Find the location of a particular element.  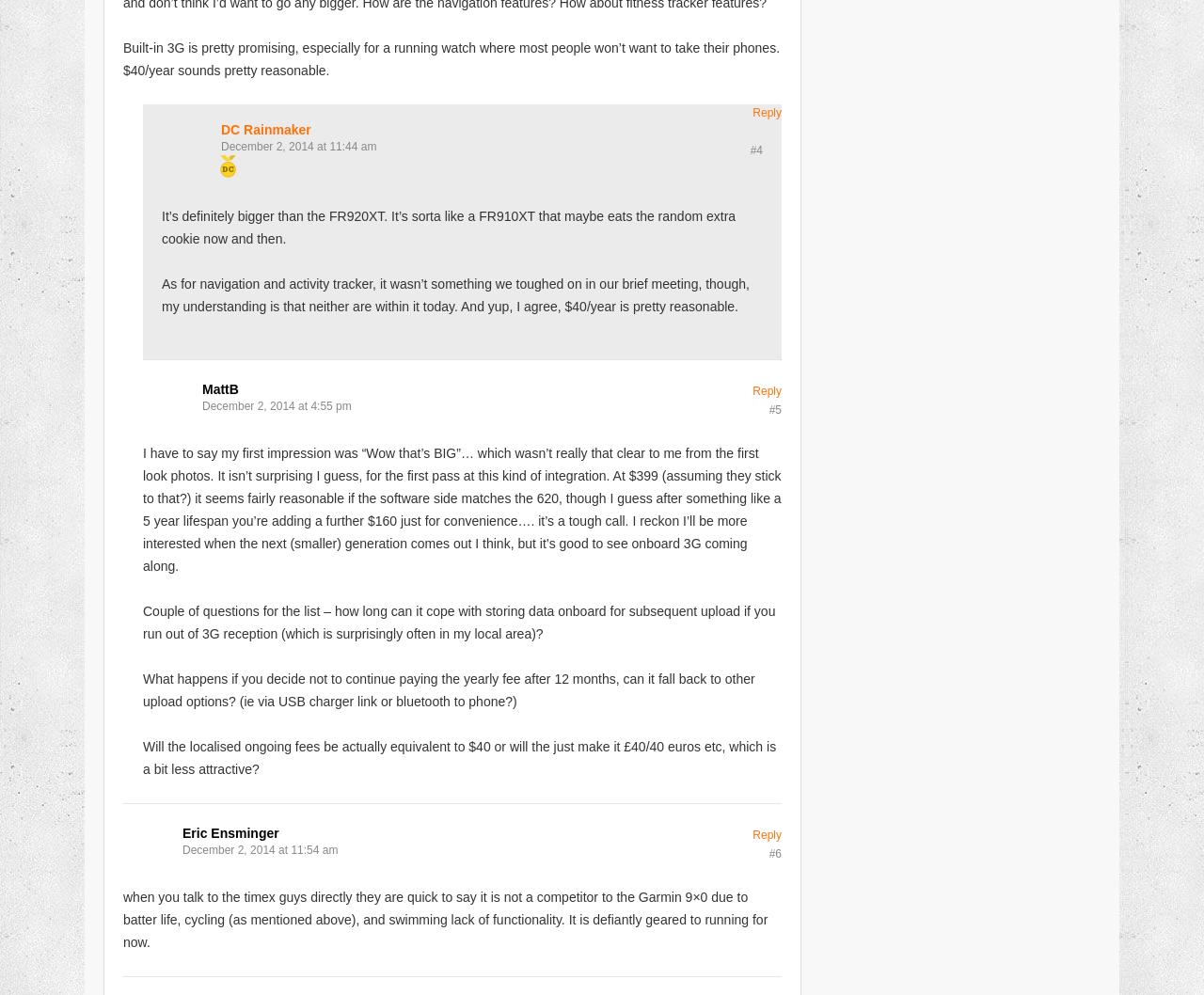

'Built-in 3G is pretty promising, especially for a running watch where most people won’t want to take their phones.  $40/year sounds pretty reasonable.' is located at coordinates (121, 57).